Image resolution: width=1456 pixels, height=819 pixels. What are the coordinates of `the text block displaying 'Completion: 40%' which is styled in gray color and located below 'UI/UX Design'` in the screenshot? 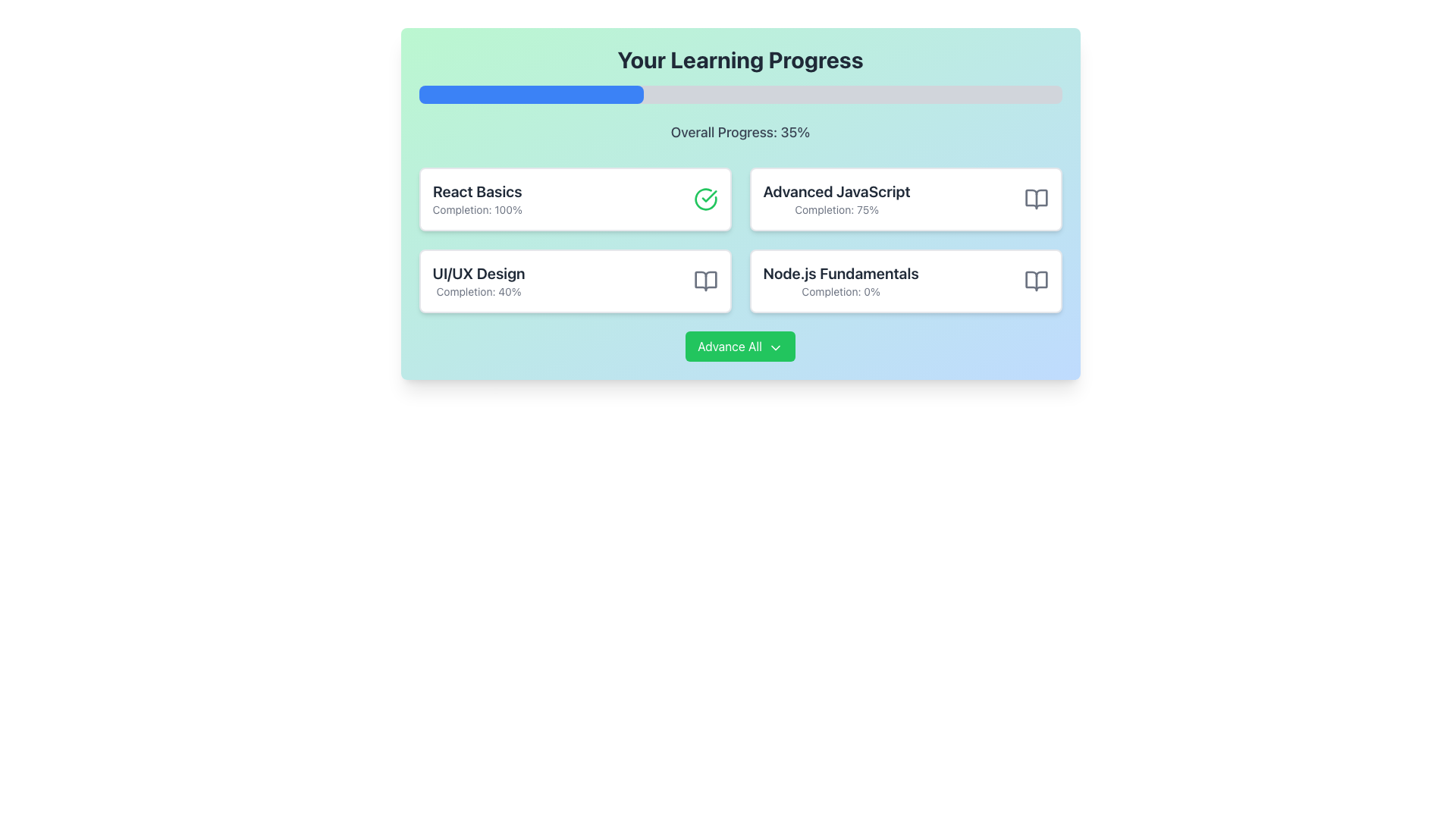 It's located at (478, 292).